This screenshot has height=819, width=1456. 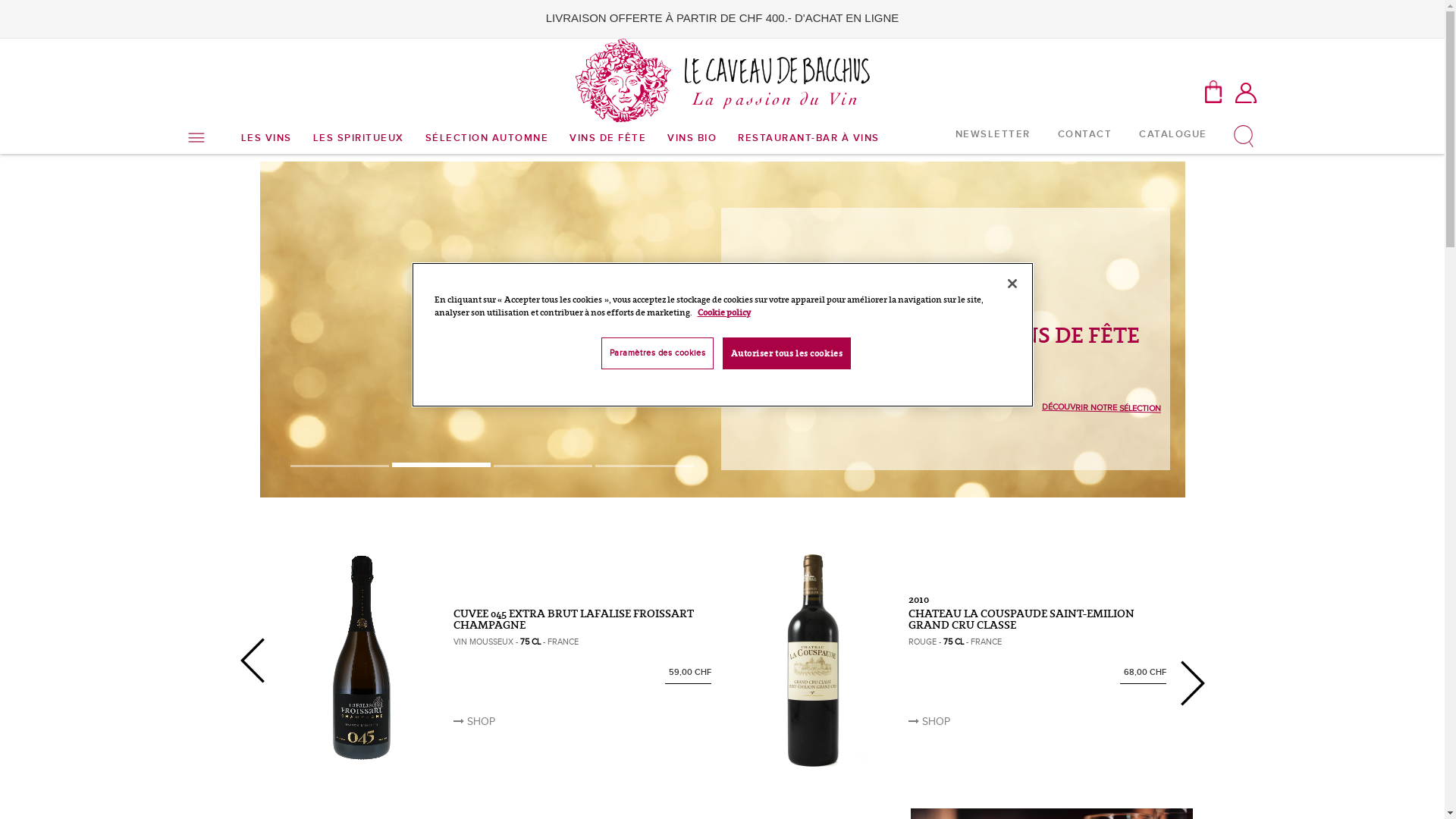 I want to click on 'CATALOGUE', so click(x=1172, y=133).